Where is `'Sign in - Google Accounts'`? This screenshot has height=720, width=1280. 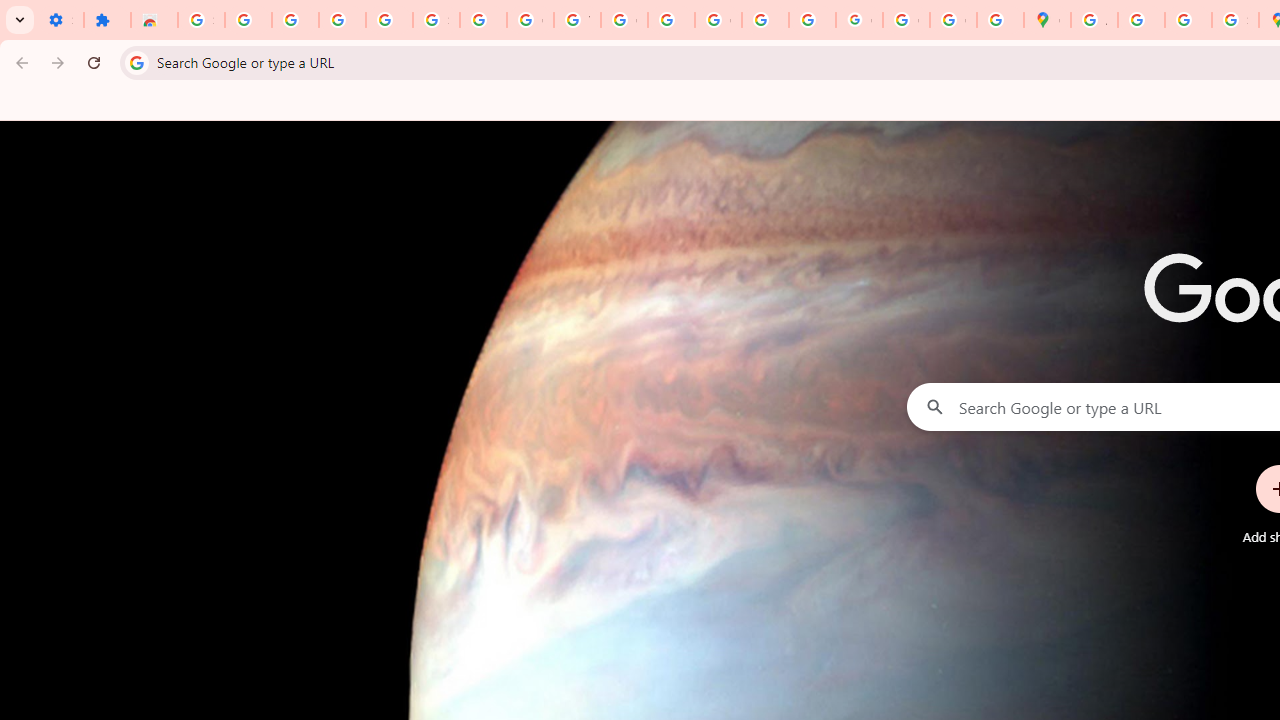 'Sign in - Google Accounts' is located at coordinates (201, 20).